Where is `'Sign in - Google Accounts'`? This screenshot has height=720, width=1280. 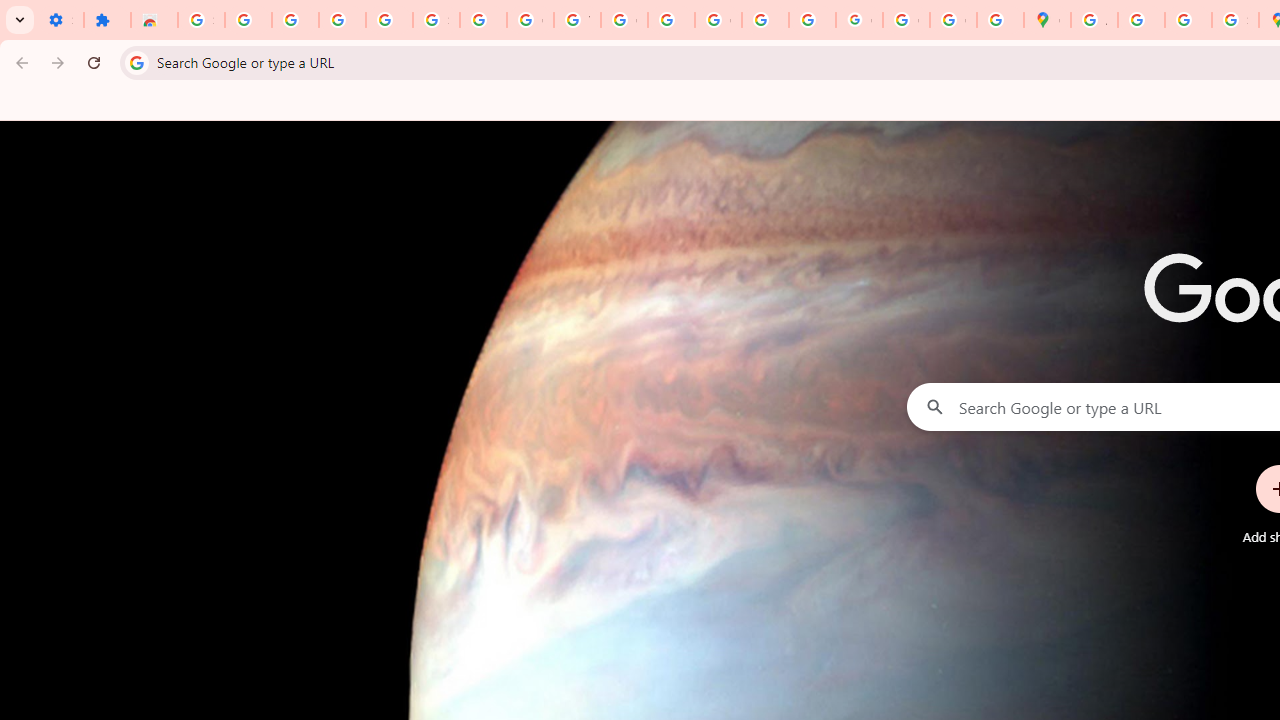 'Sign in - Google Accounts' is located at coordinates (201, 20).